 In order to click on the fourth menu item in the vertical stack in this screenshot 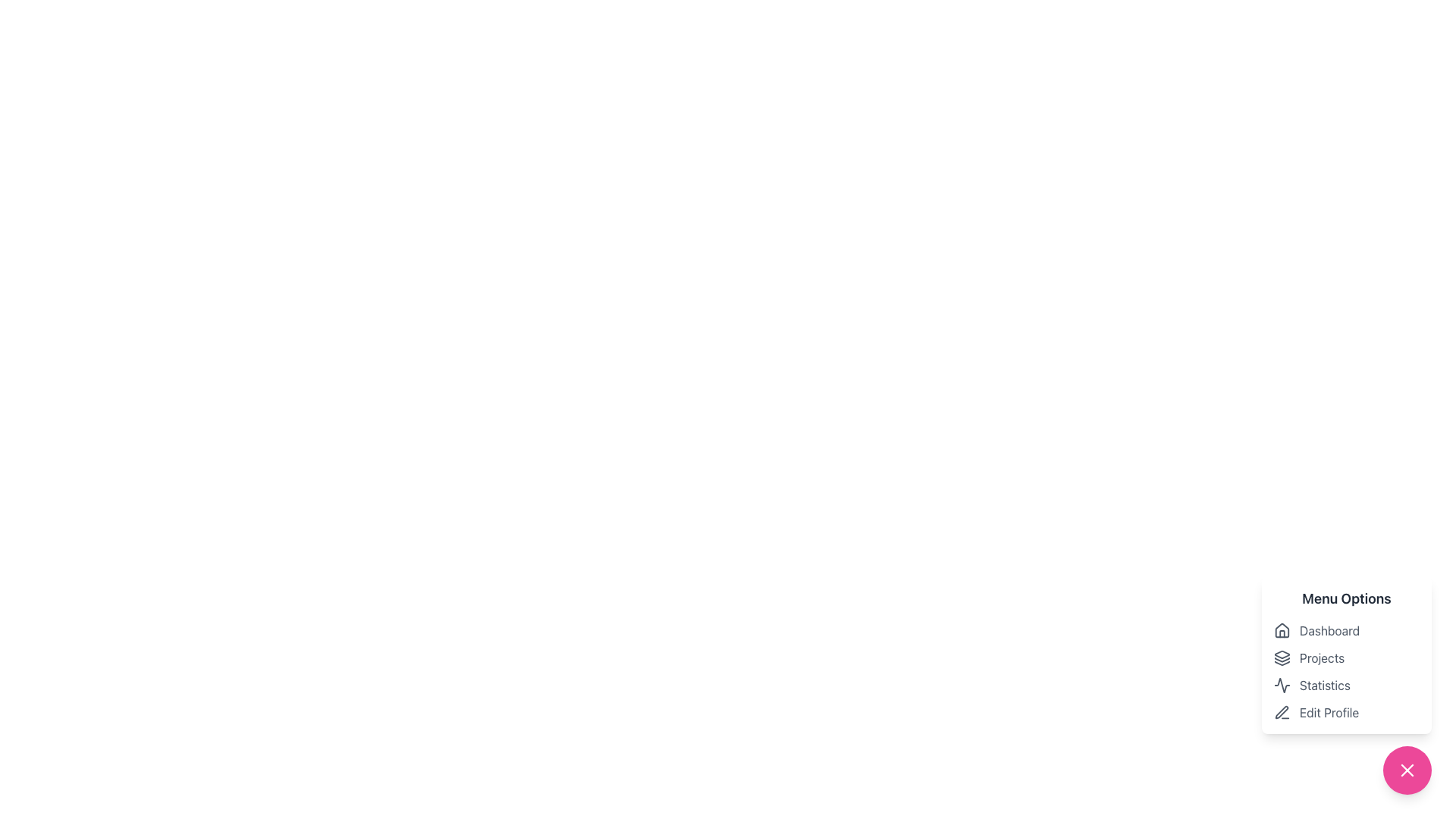, I will do `click(1347, 713)`.